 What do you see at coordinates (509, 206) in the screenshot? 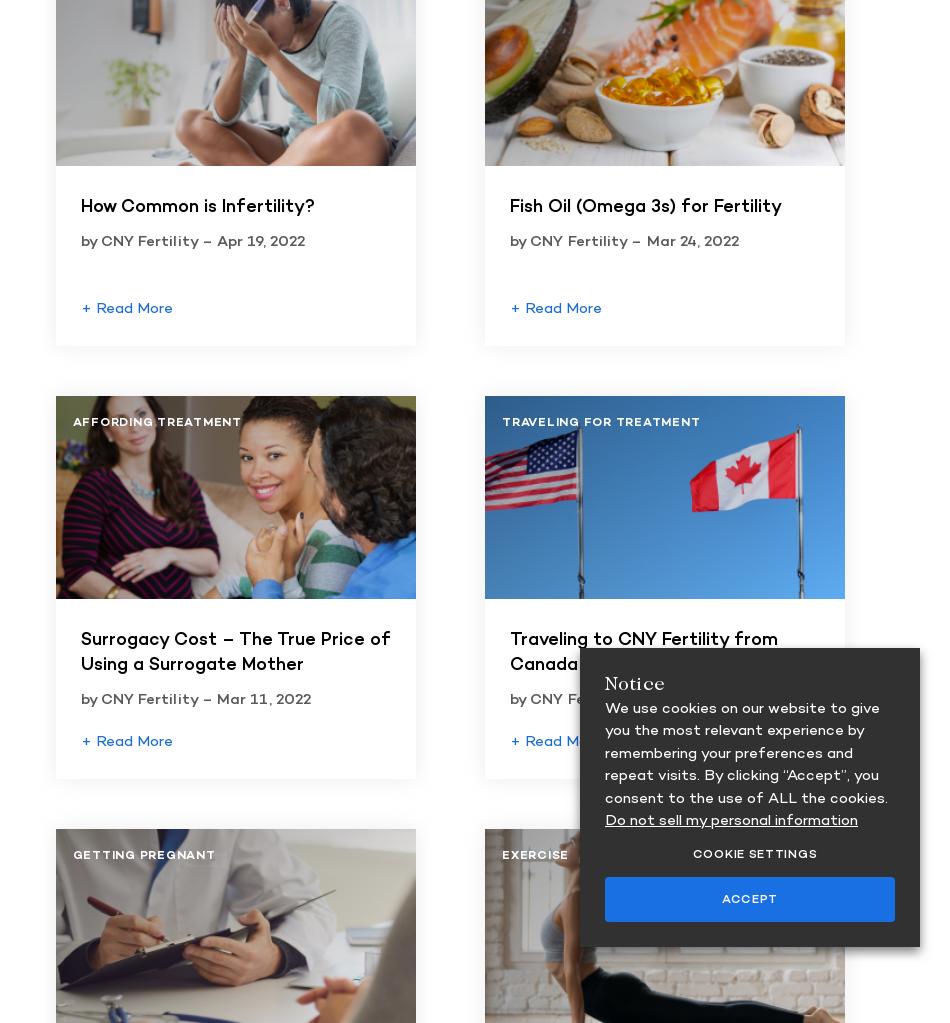
I see `'Fish Oil (Omega 3s) for Fertility'` at bounding box center [509, 206].